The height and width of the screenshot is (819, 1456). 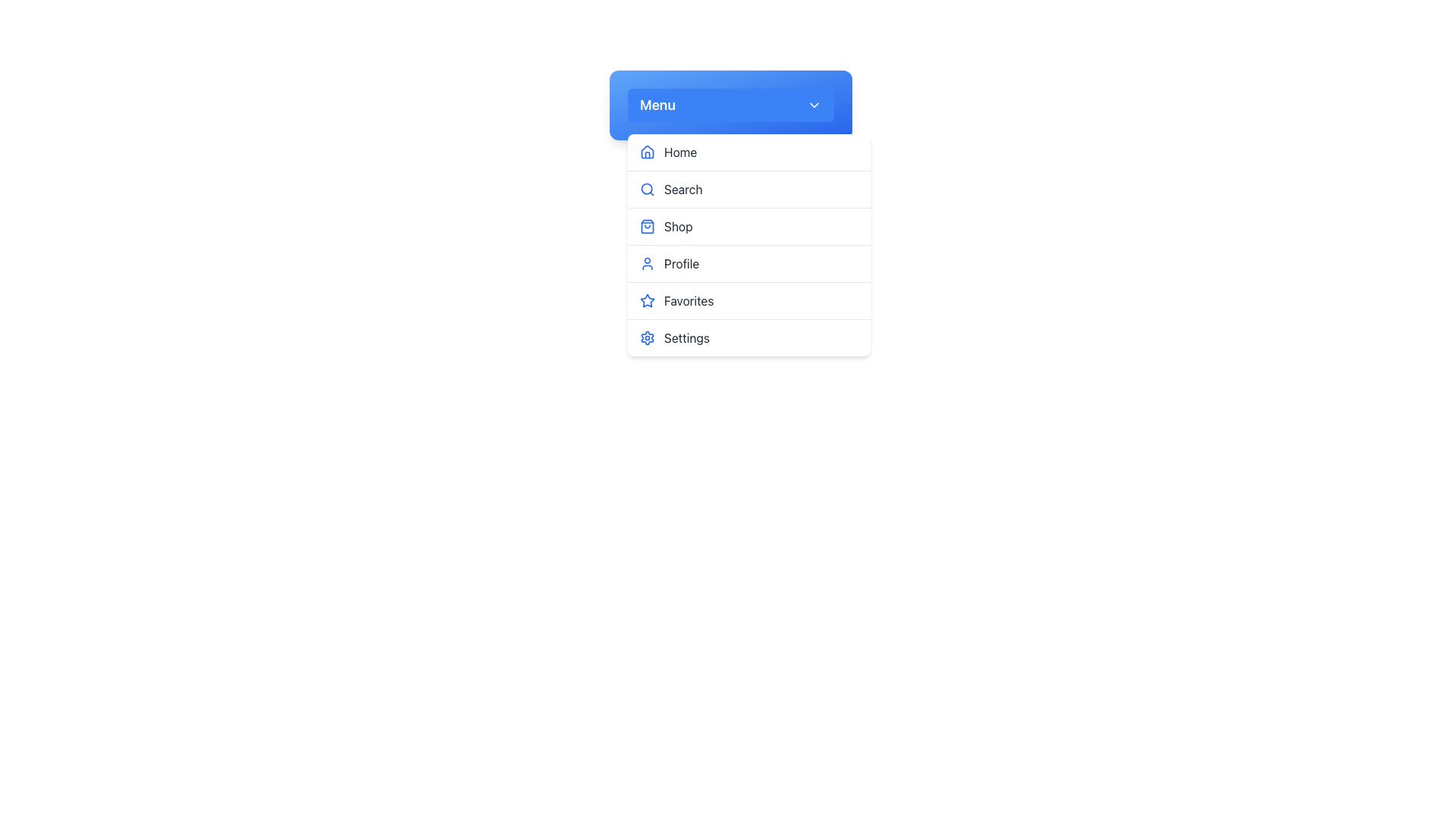 I want to click on the star icon representing the 'Favorites' option in the dropdown menu, so click(x=648, y=300).